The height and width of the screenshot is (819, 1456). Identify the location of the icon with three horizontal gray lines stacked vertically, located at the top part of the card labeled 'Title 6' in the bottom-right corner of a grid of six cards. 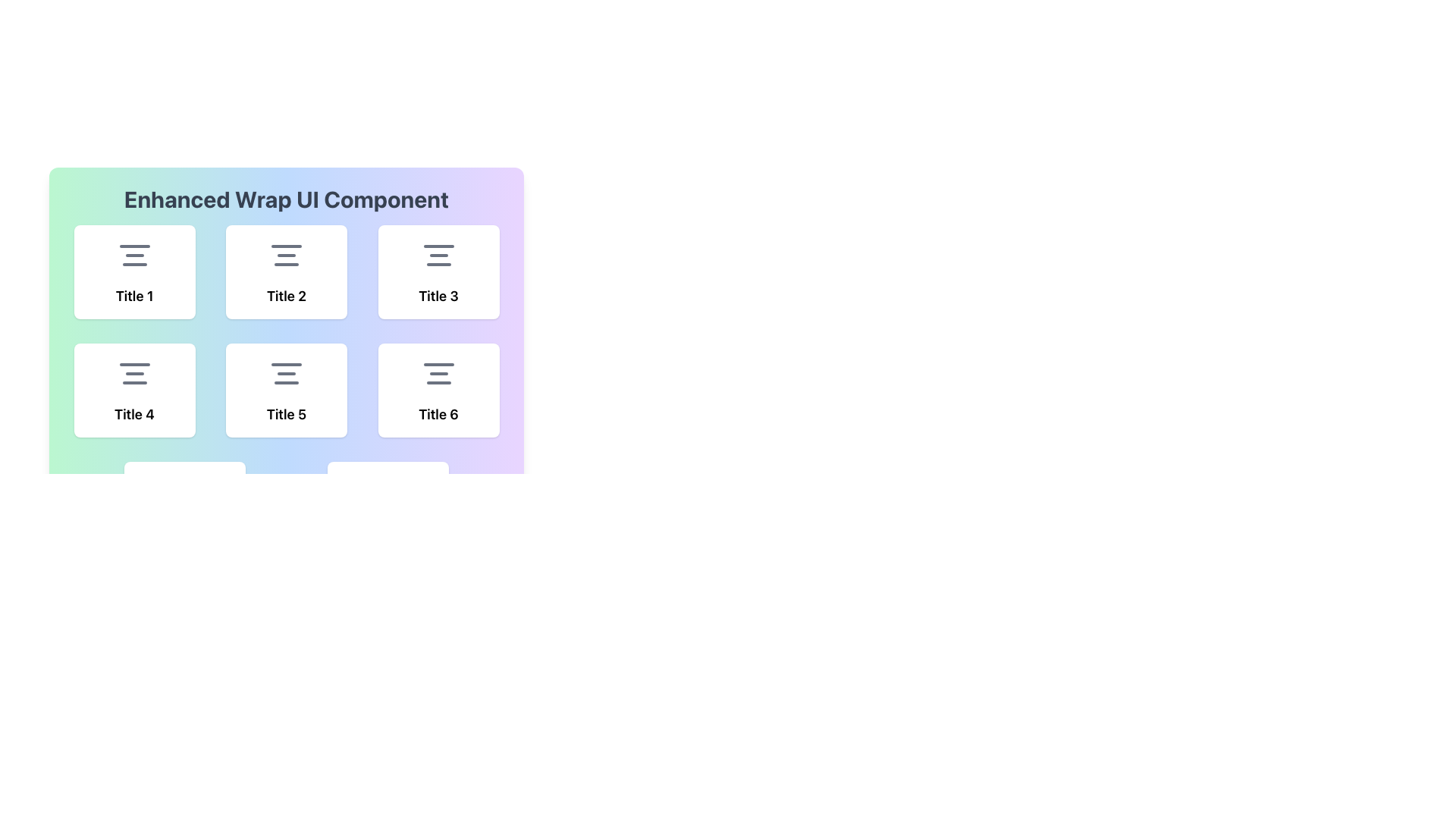
(438, 374).